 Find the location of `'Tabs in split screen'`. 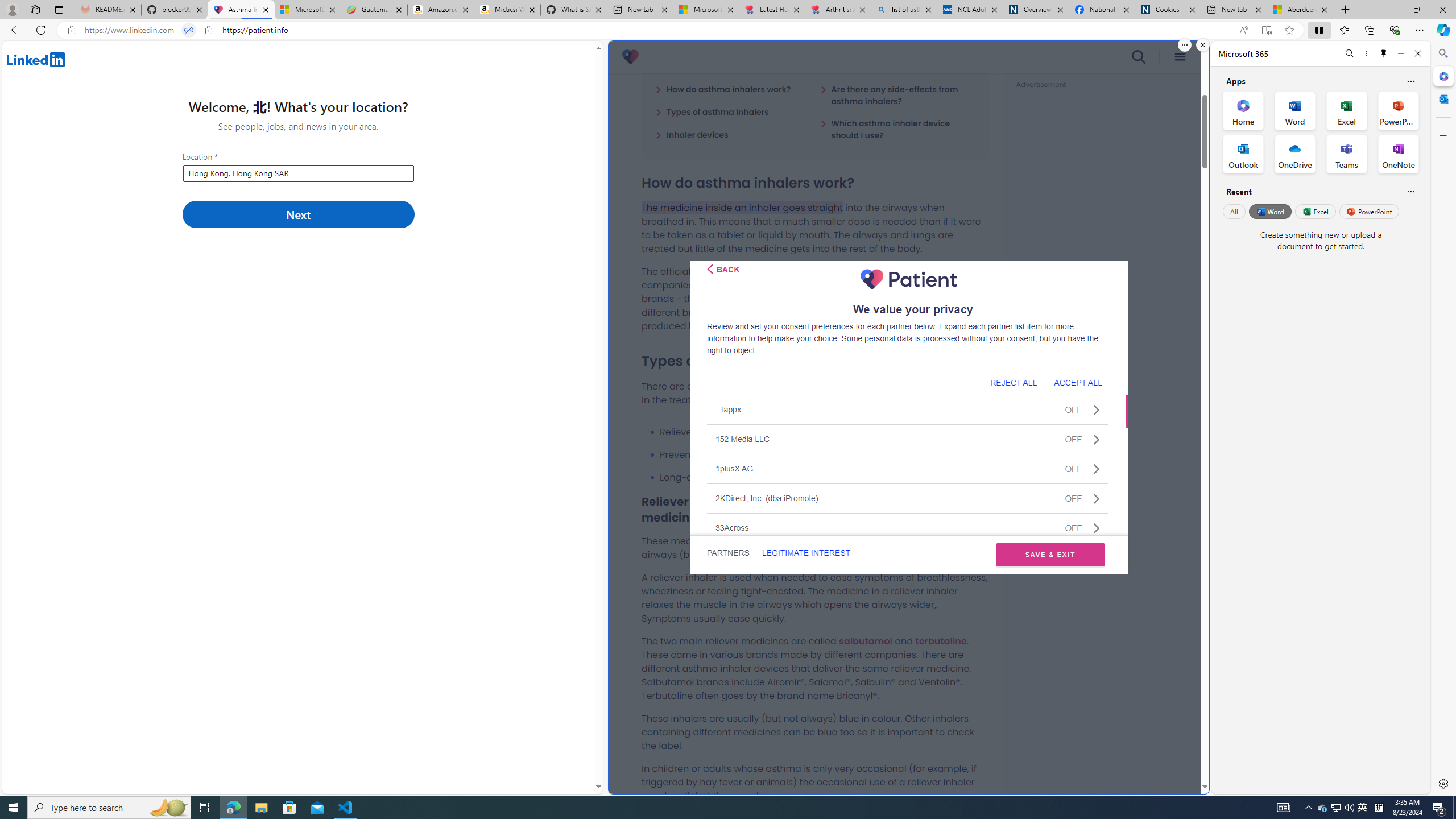

'Tabs in split screen' is located at coordinates (188, 30).